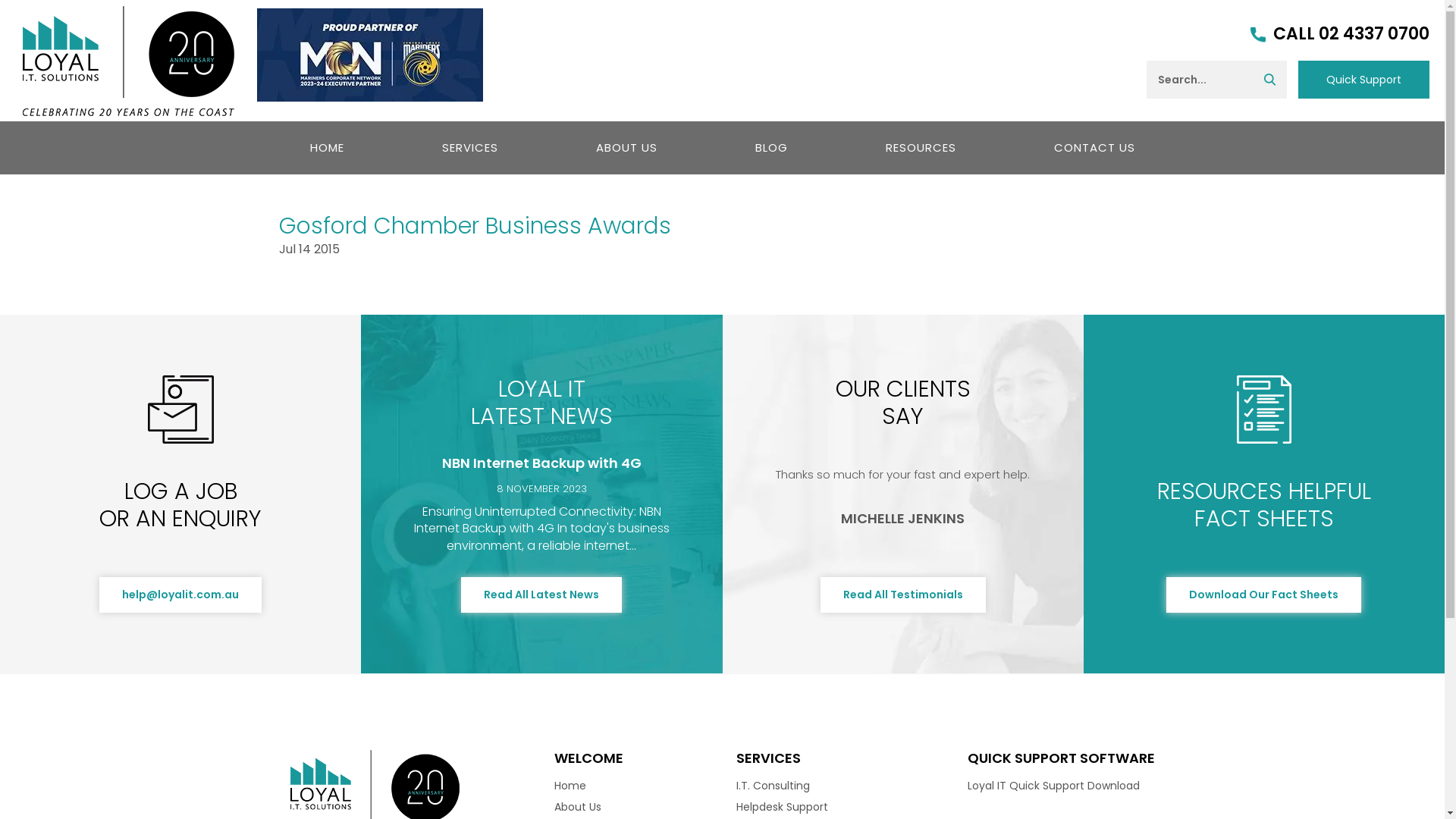  What do you see at coordinates (180, 594) in the screenshot?
I see `'help@loyalit.com.au'` at bounding box center [180, 594].